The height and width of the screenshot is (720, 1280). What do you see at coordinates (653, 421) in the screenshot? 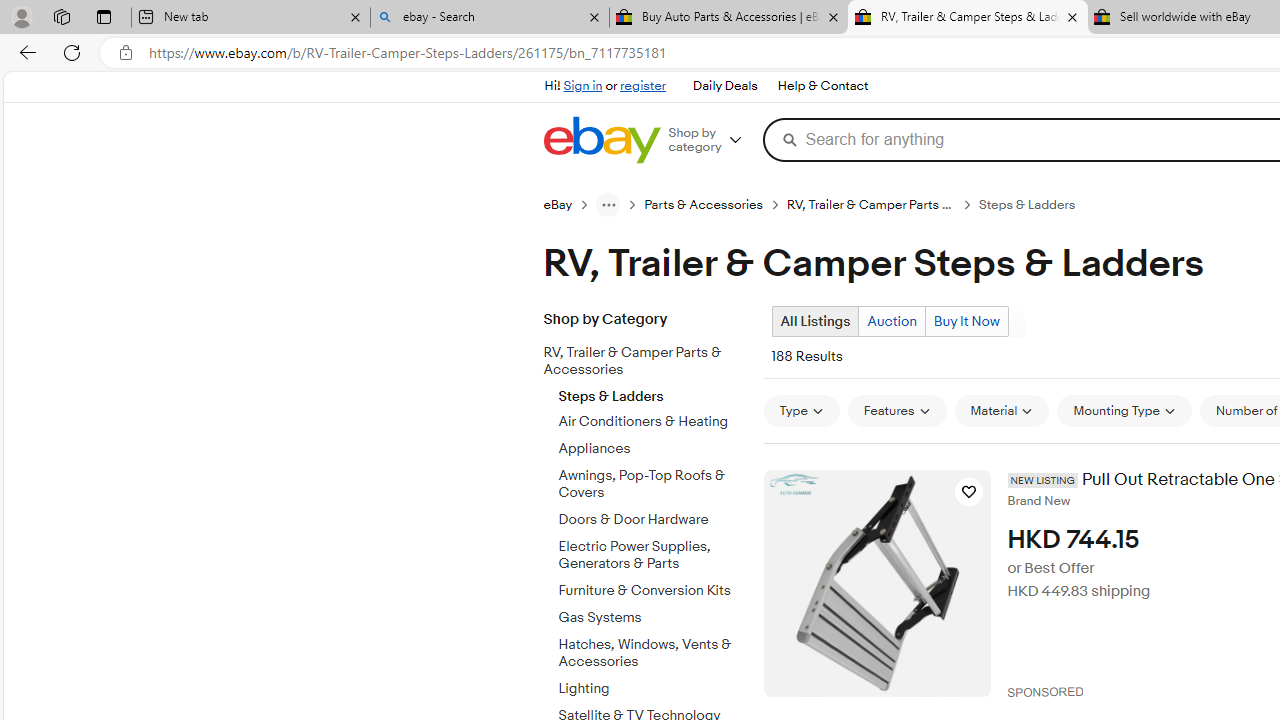
I see `'Air Conditioners & Heating'` at bounding box center [653, 421].